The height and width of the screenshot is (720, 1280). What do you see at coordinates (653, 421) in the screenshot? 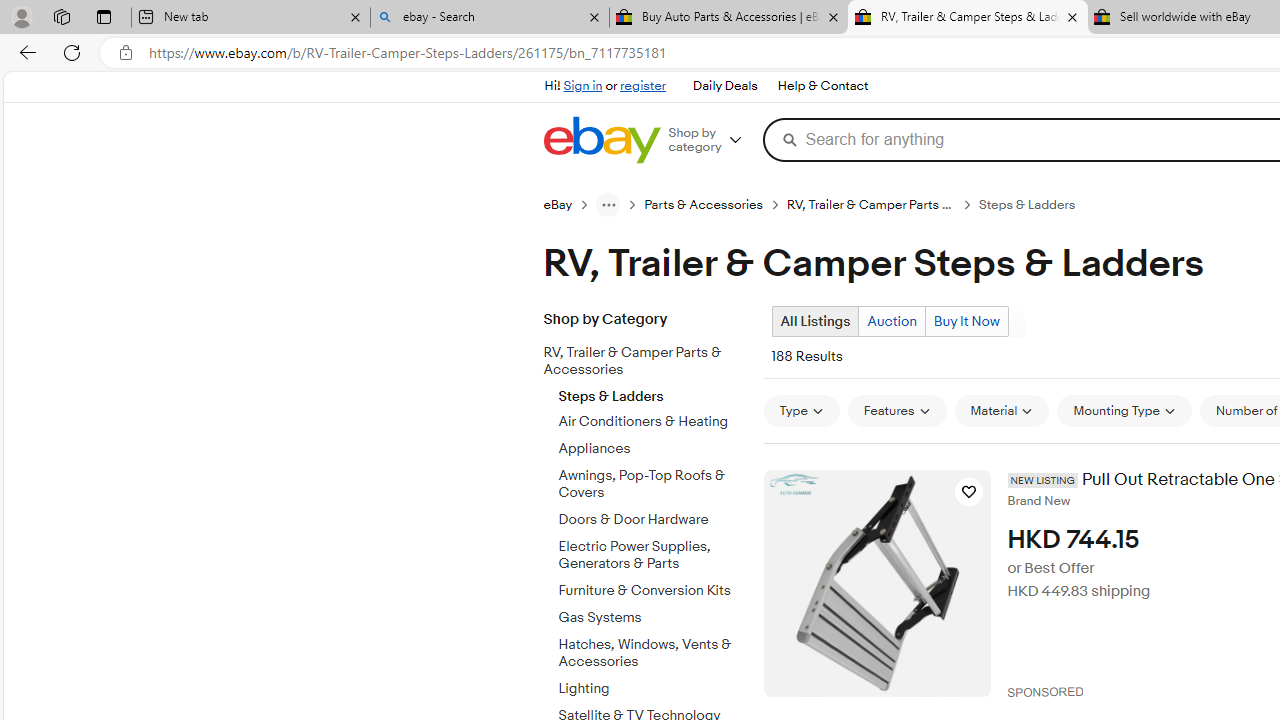
I see `'Air Conditioners & Heating'` at bounding box center [653, 421].